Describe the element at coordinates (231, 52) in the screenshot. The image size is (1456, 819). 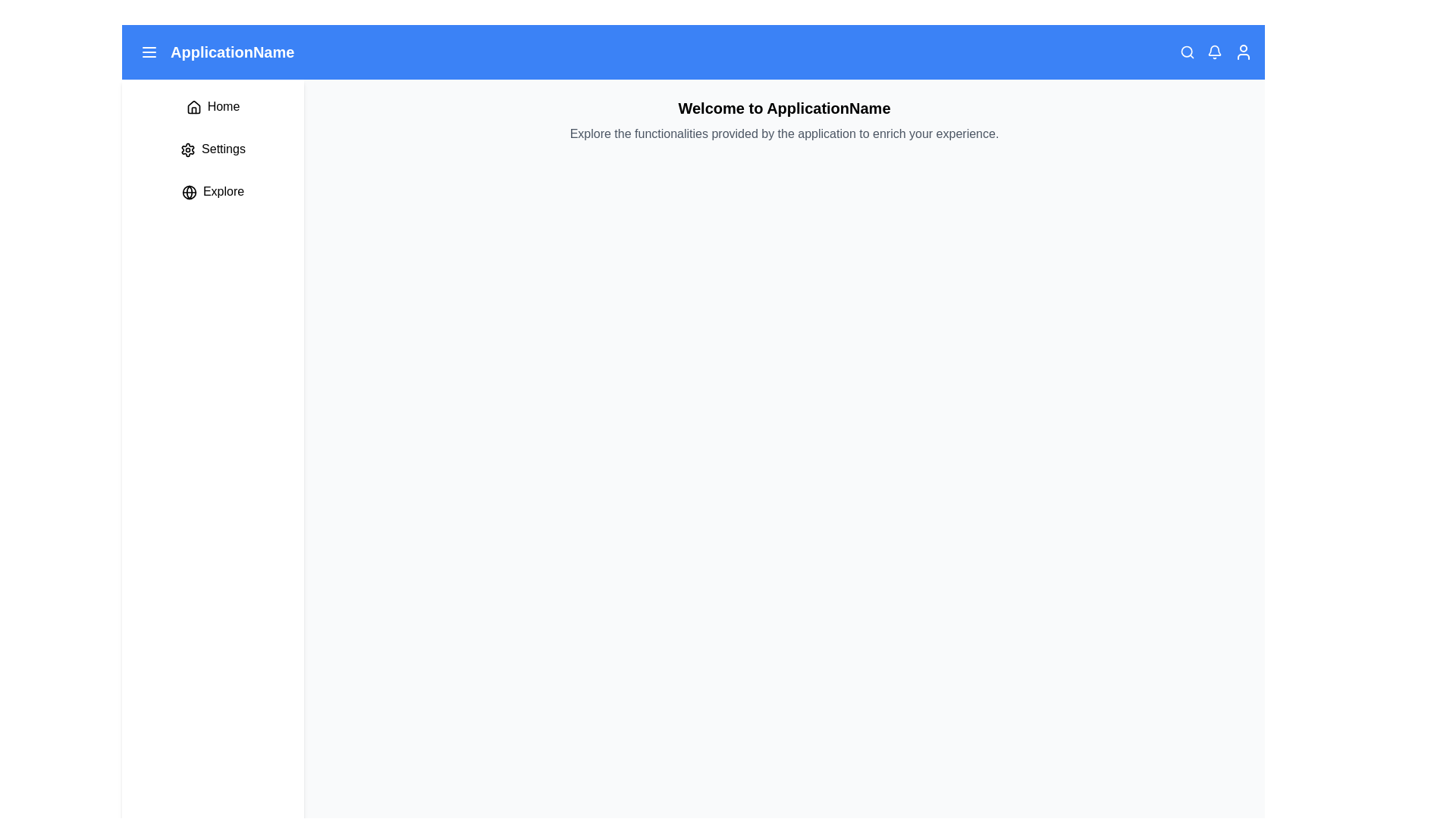
I see `the static text element that displays the name or title of the application, located centrally in the navigation bar, to the right of the menu icon` at that location.